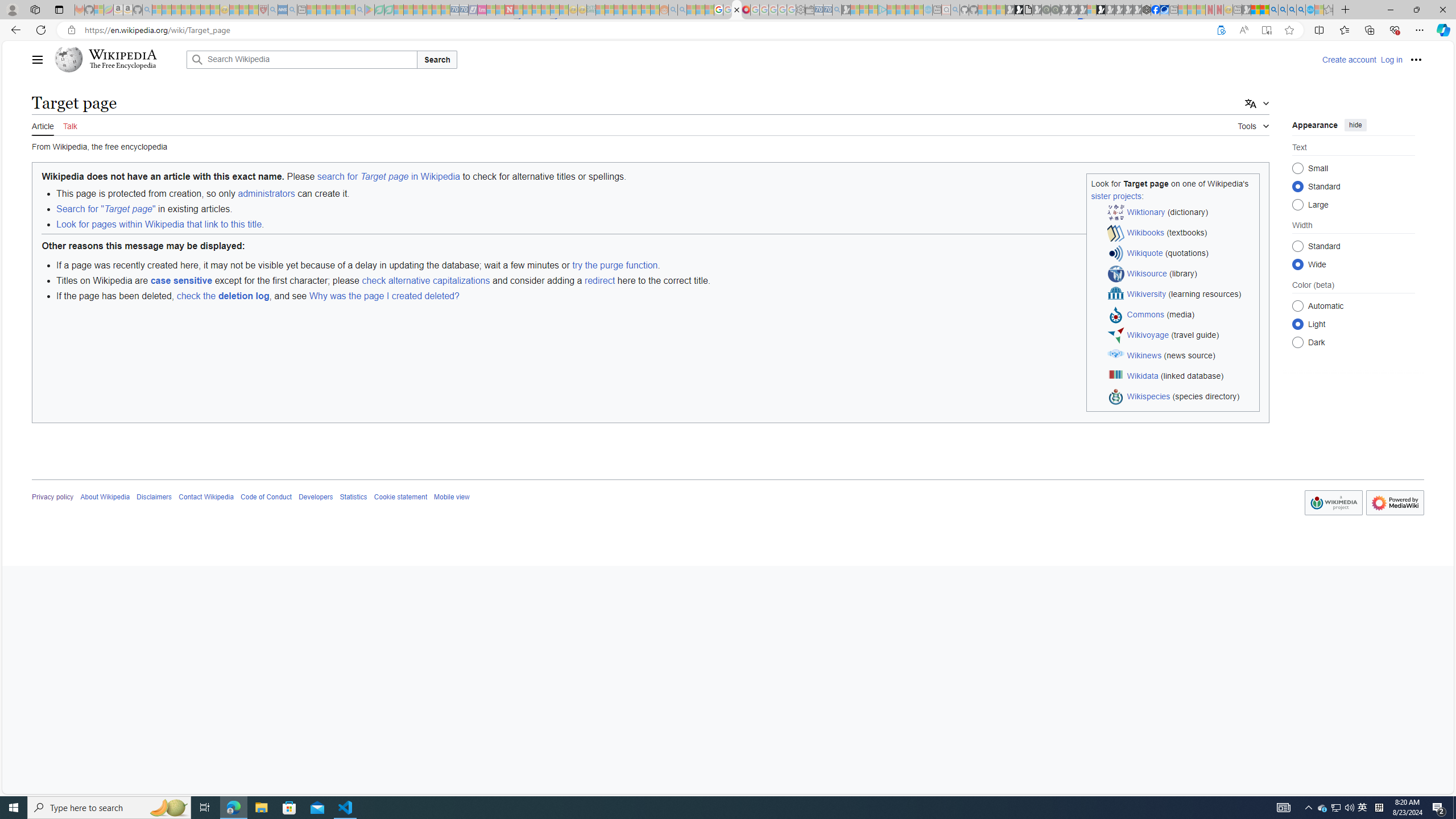 Image resolution: width=1456 pixels, height=819 pixels. What do you see at coordinates (118, 59) in the screenshot?
I see `'Wikipedia The Free Encyclopedia'` at bounding box center [118, 59].